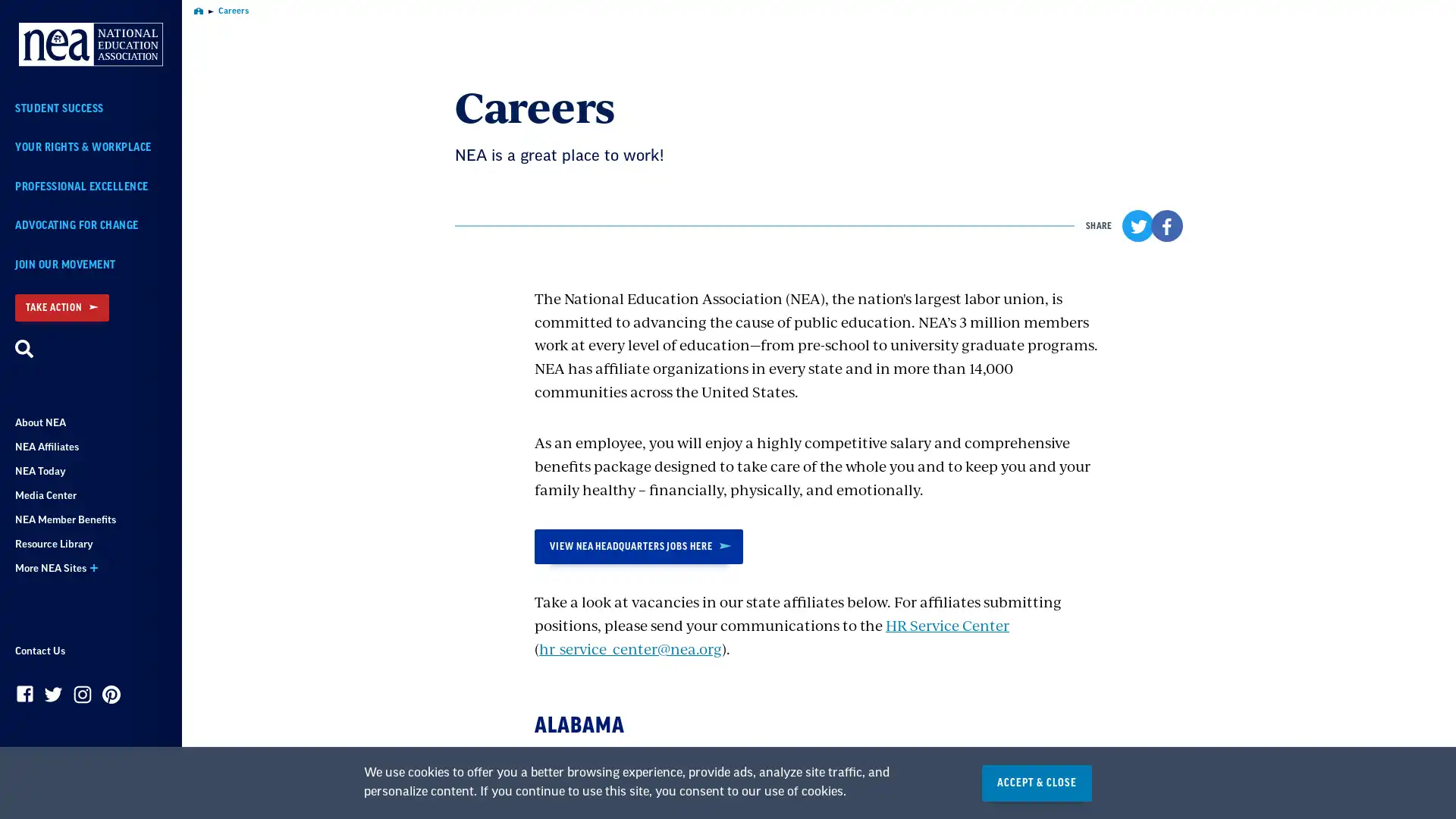  Describe the element at coordinates (1036, 783) in the screenshot. I see `ACCEPT & CLOSE` at that location.